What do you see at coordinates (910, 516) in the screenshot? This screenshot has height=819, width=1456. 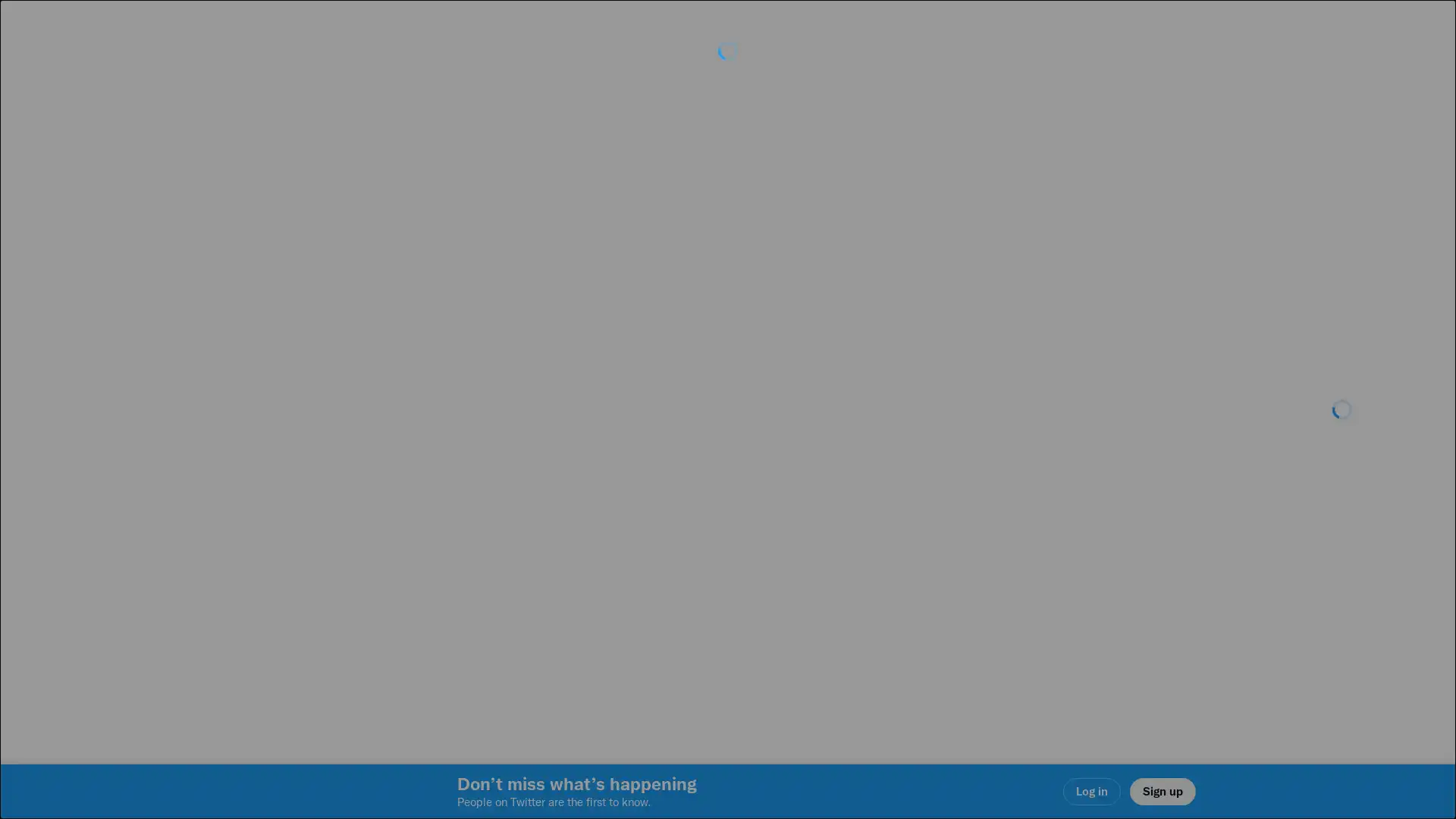 I see `Log in` at bounding box center [910, 516].